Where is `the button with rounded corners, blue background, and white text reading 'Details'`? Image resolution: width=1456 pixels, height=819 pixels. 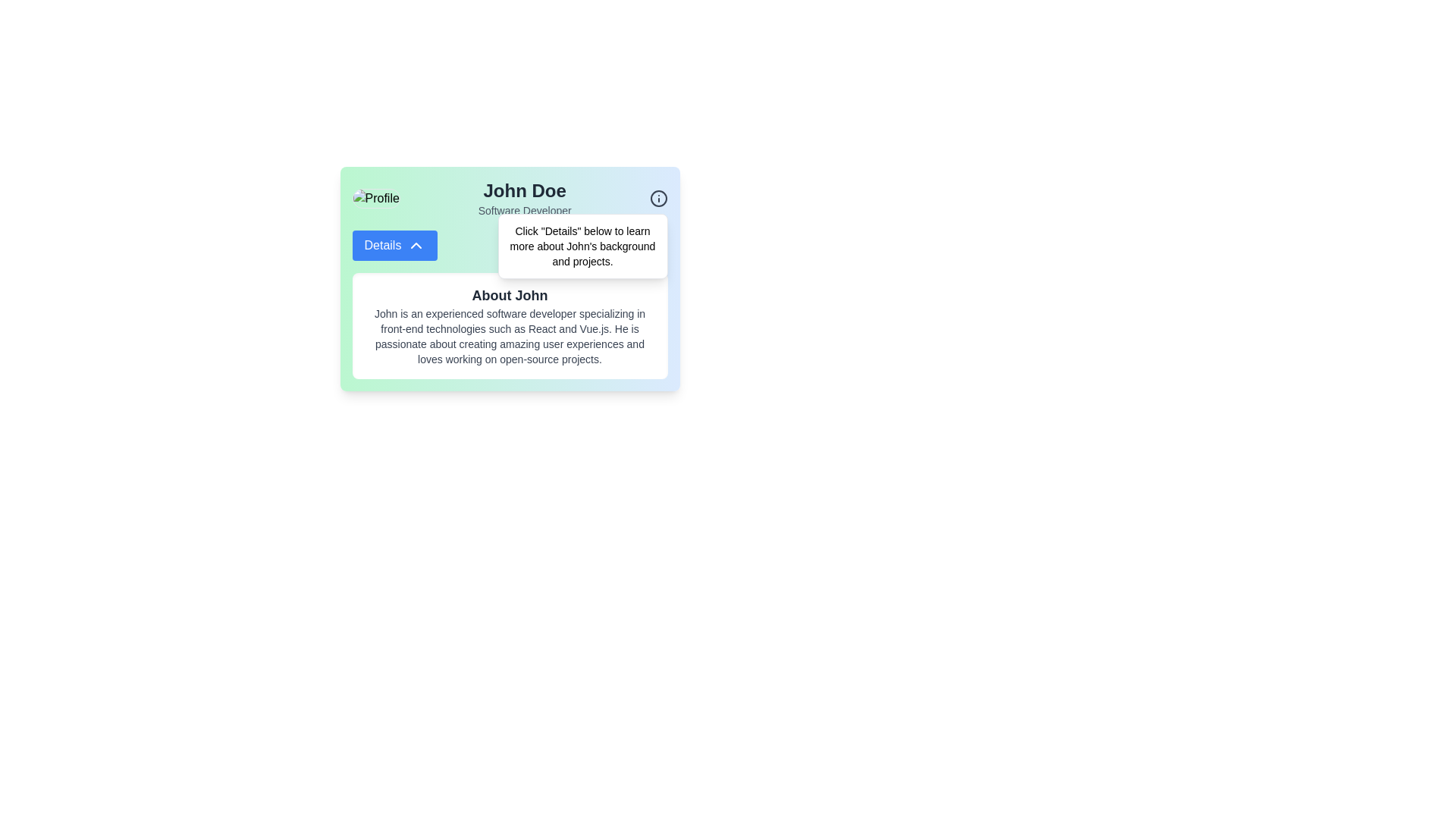 the button with rounded corners, blue background, and white text reading 'Details' is located at coordinates (394, 245).